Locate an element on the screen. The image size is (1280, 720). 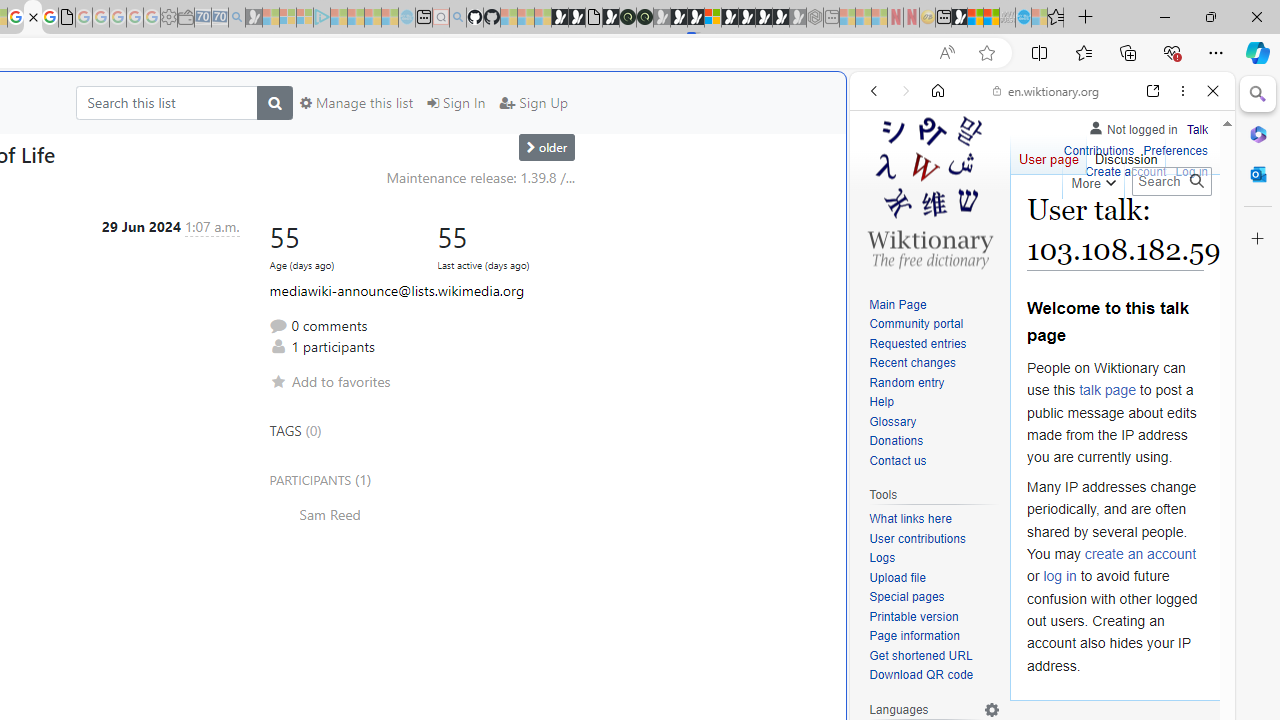
'What links here' is located at coordinates (934, 518).